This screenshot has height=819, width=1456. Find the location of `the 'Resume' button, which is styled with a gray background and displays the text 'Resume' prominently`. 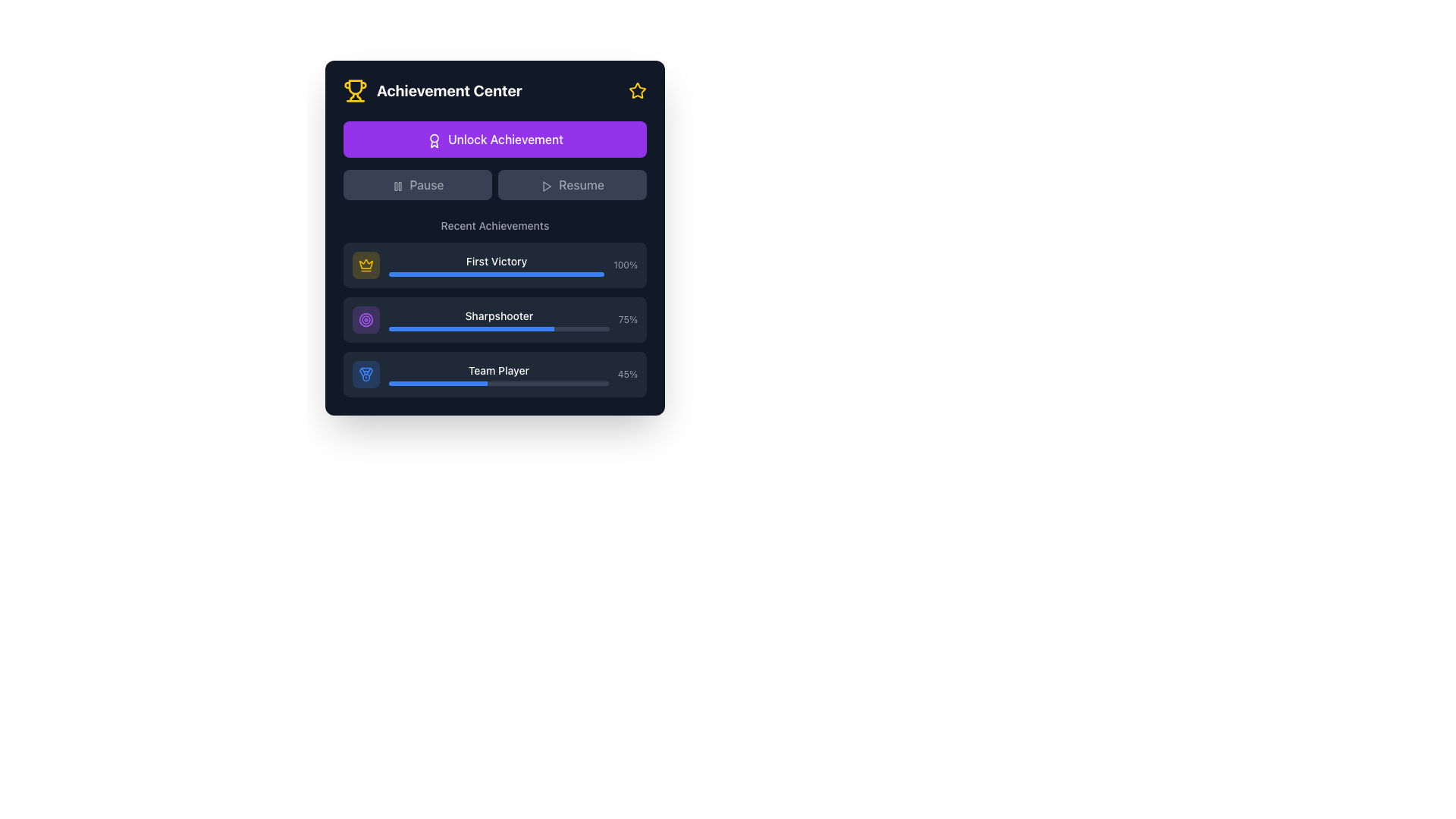

the 'Resume' button, which is styled with a gray background and displays the text 'Resume' prominently is located at coordinates (571, 184).